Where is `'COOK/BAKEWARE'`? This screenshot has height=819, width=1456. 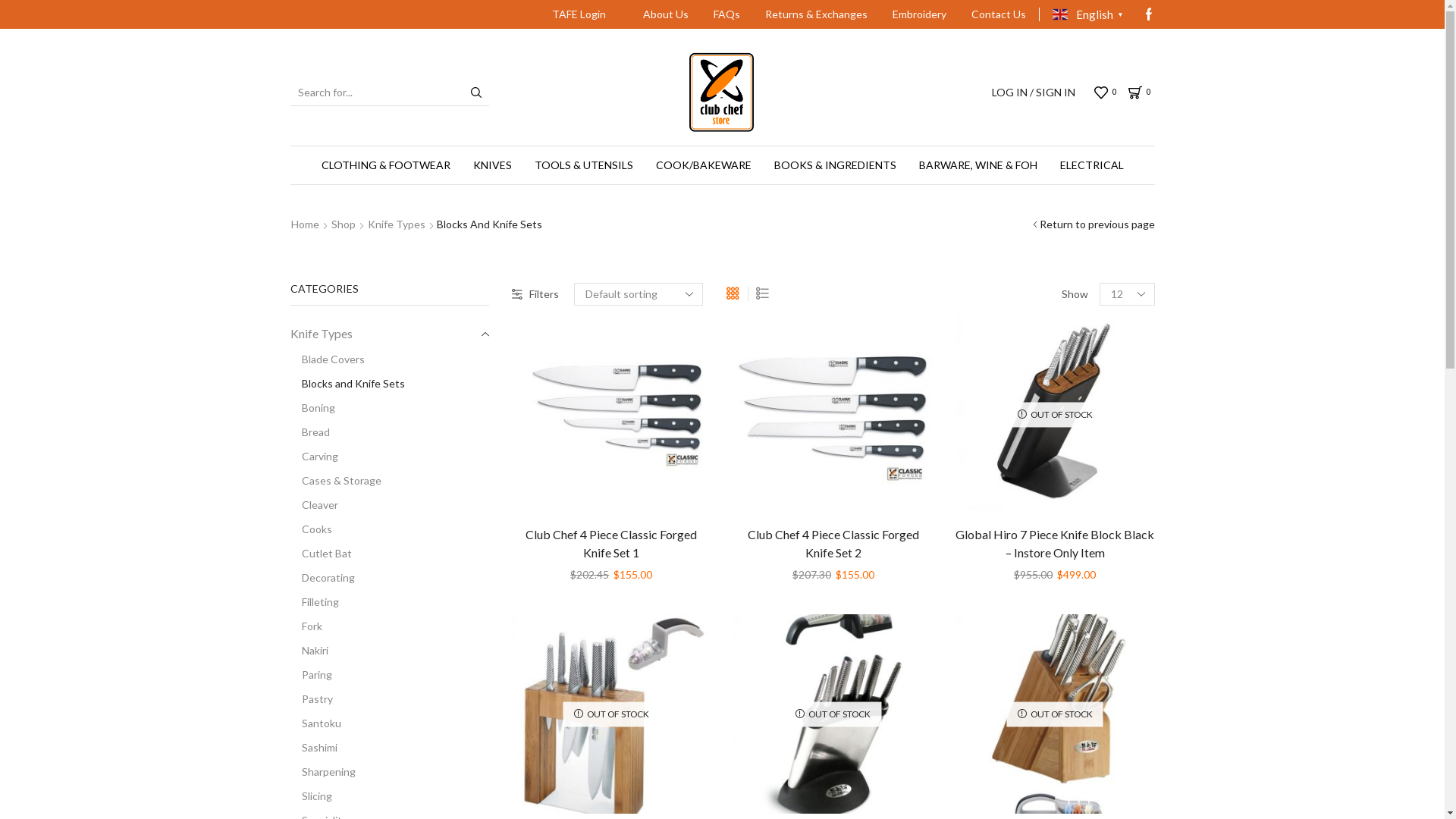
'COOK/BAKEWARE' is located at coordinates (702, 165).